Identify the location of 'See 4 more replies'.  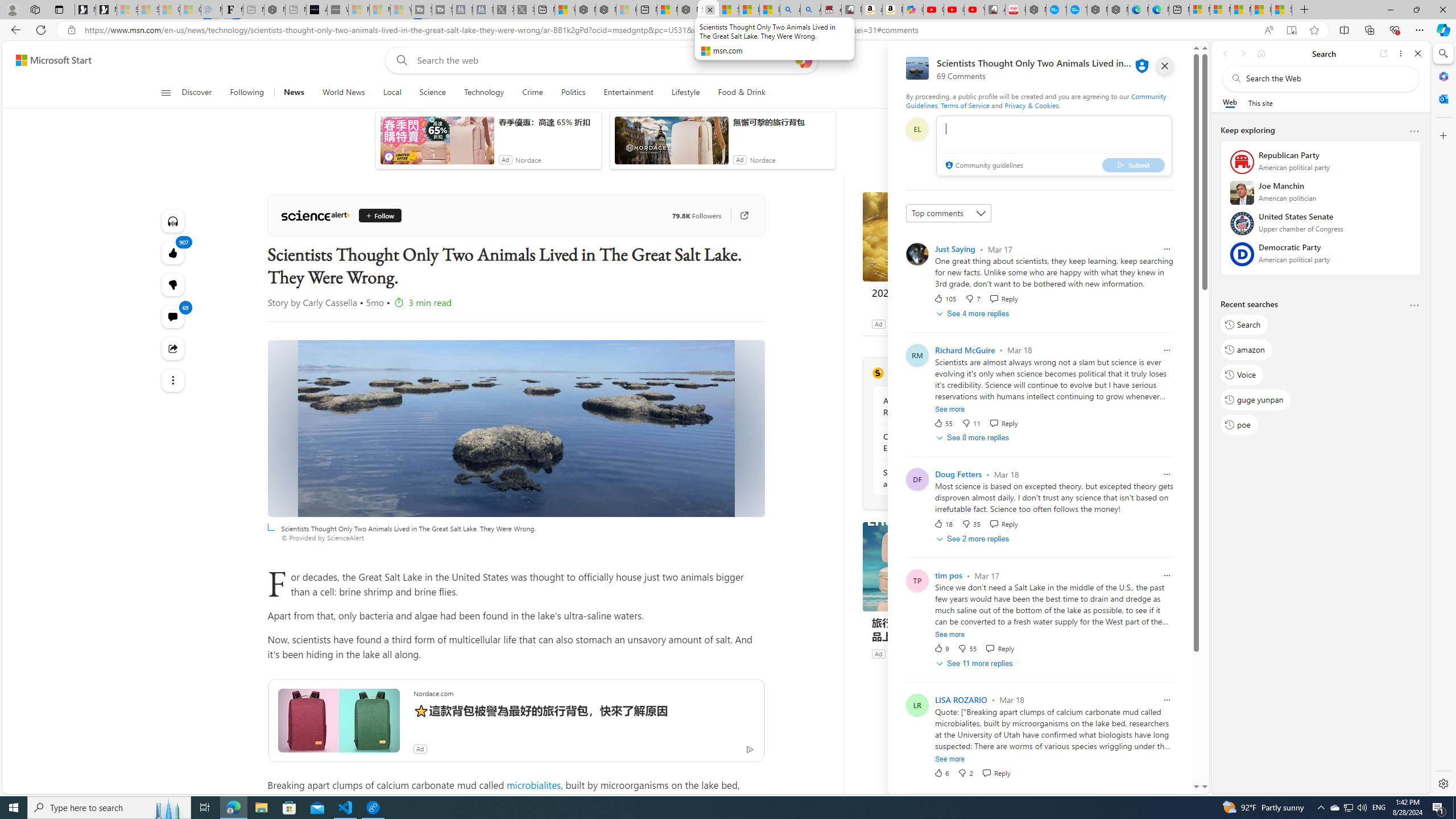
(974, 313).